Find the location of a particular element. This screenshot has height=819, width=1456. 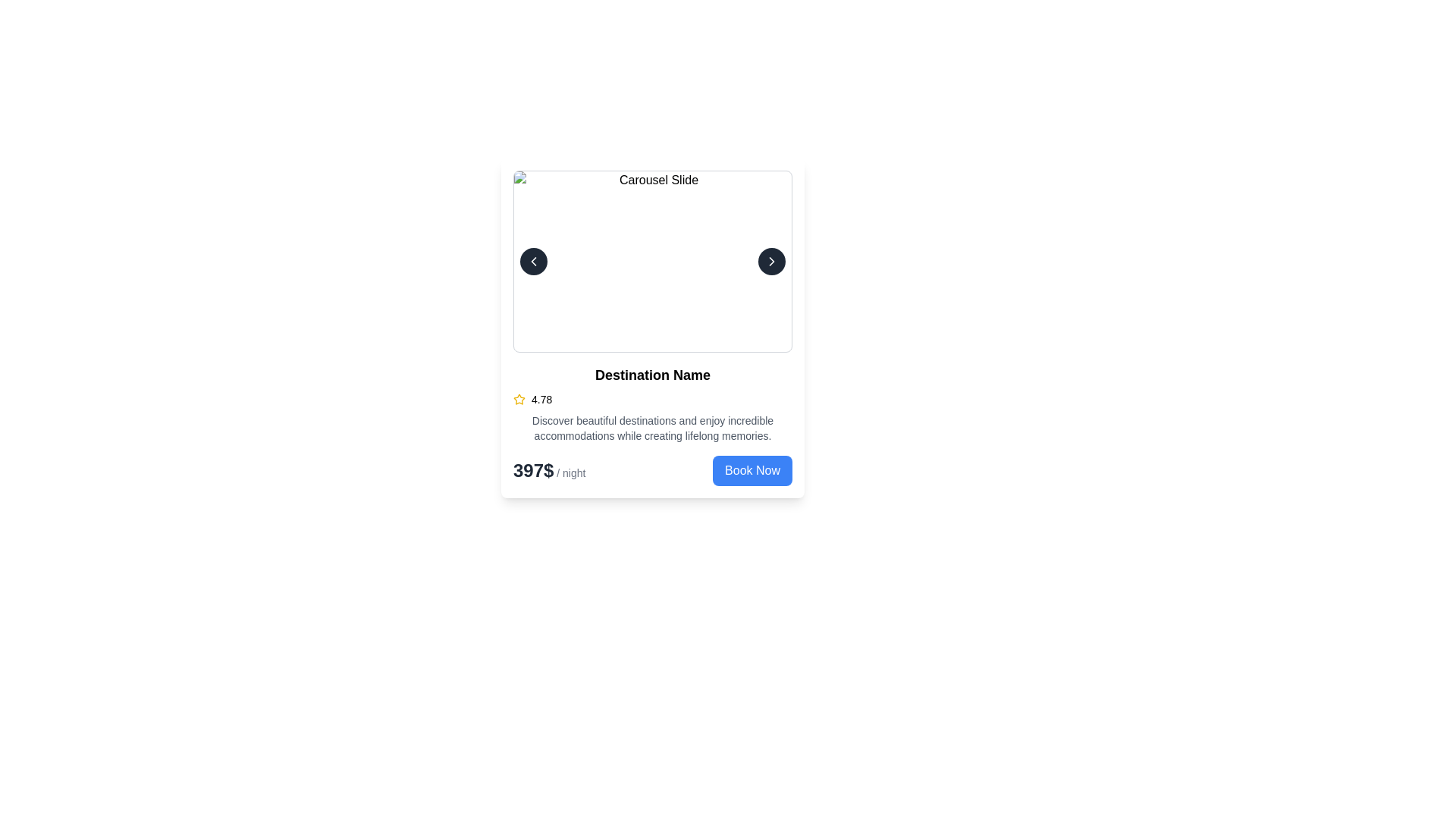

the second navigation button on the right side of the carousel is located at coordinates (771, 260).